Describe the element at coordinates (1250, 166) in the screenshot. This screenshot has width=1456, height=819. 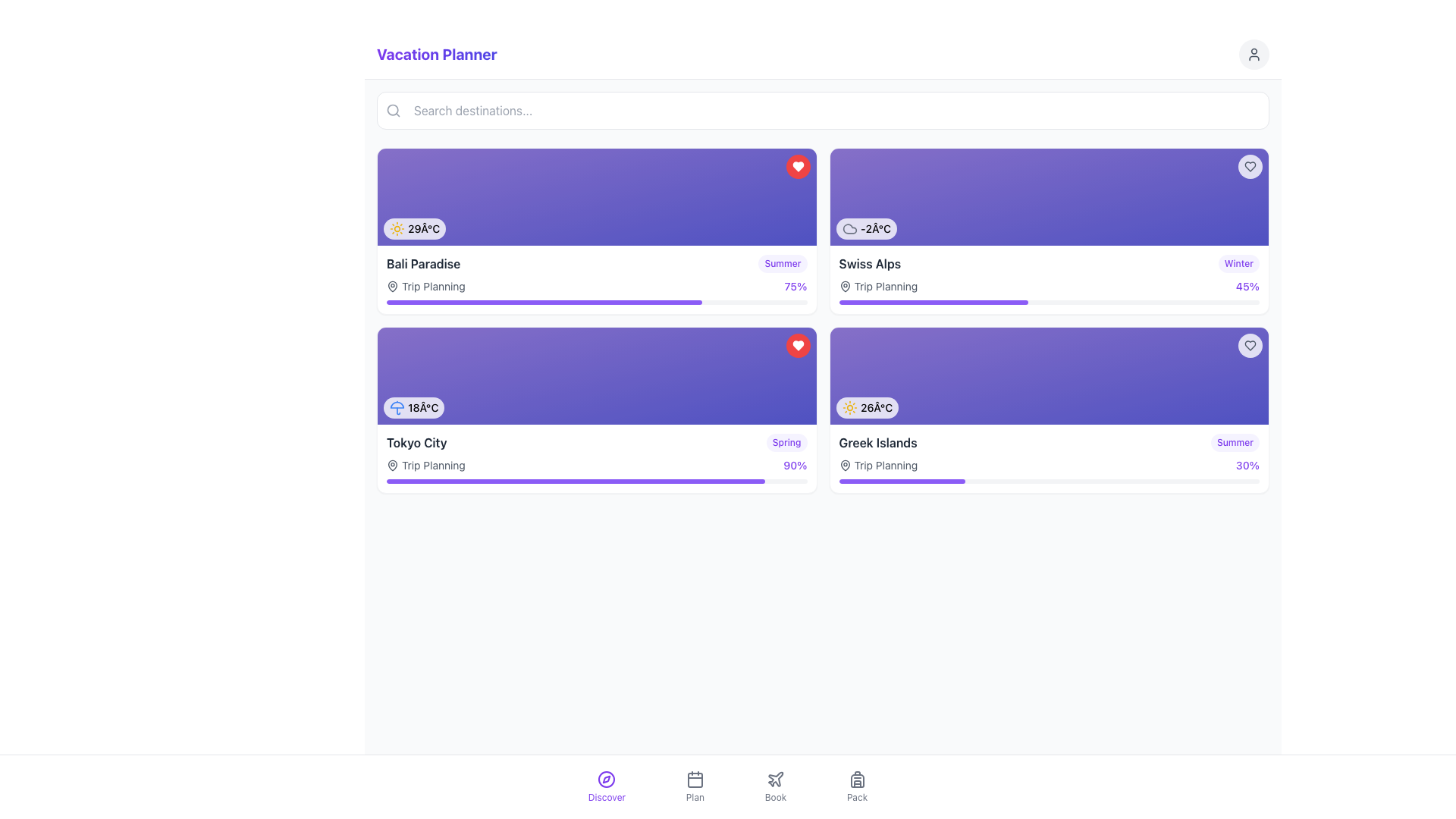
I see `the heart-shaped icon located in the top-right corner of the 'Swiss Alps' card` at that location.